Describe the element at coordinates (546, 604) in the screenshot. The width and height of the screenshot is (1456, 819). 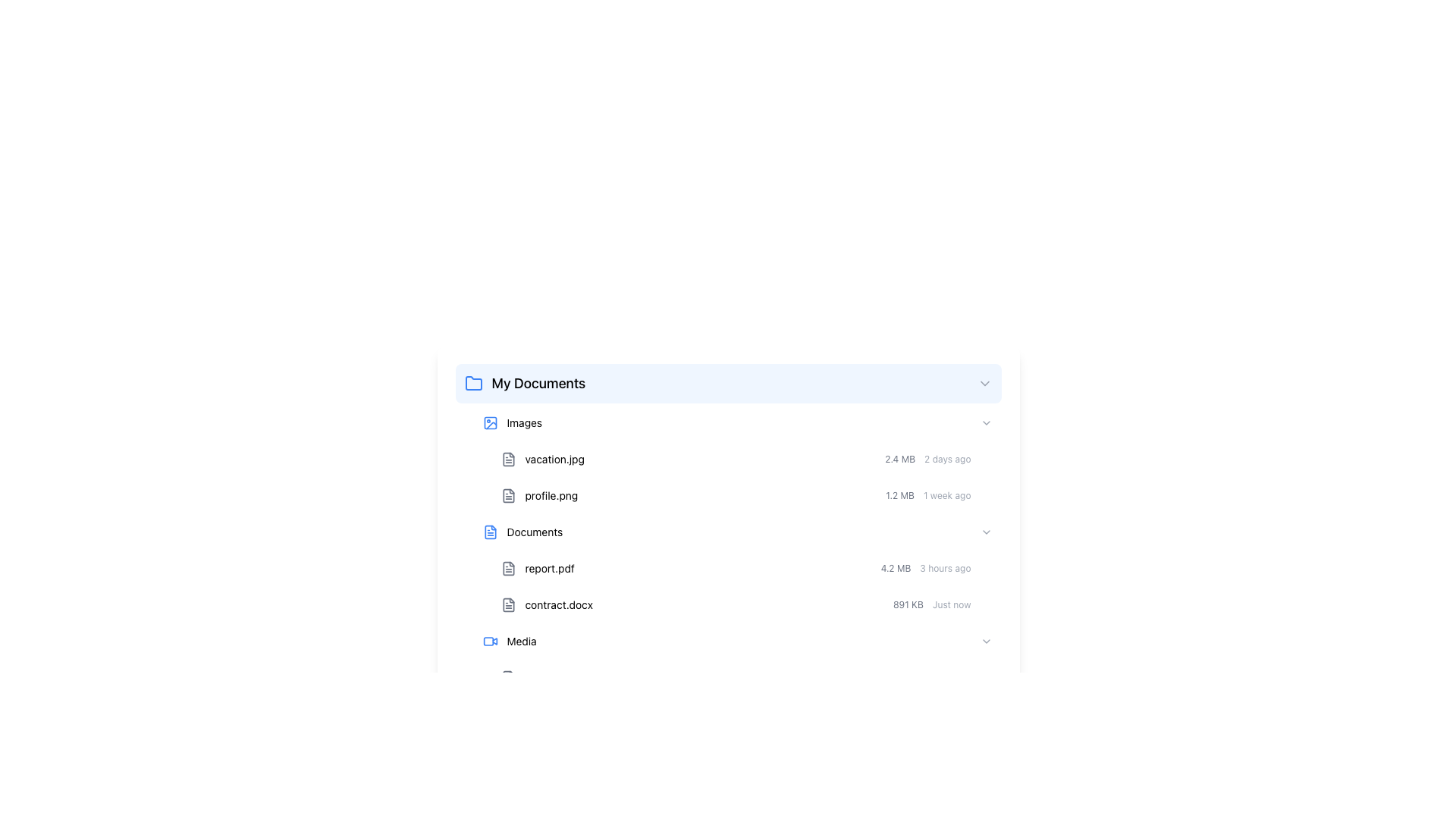
I see `the text label 'contract.docx' which is located in the 'Documents' section` at that location.